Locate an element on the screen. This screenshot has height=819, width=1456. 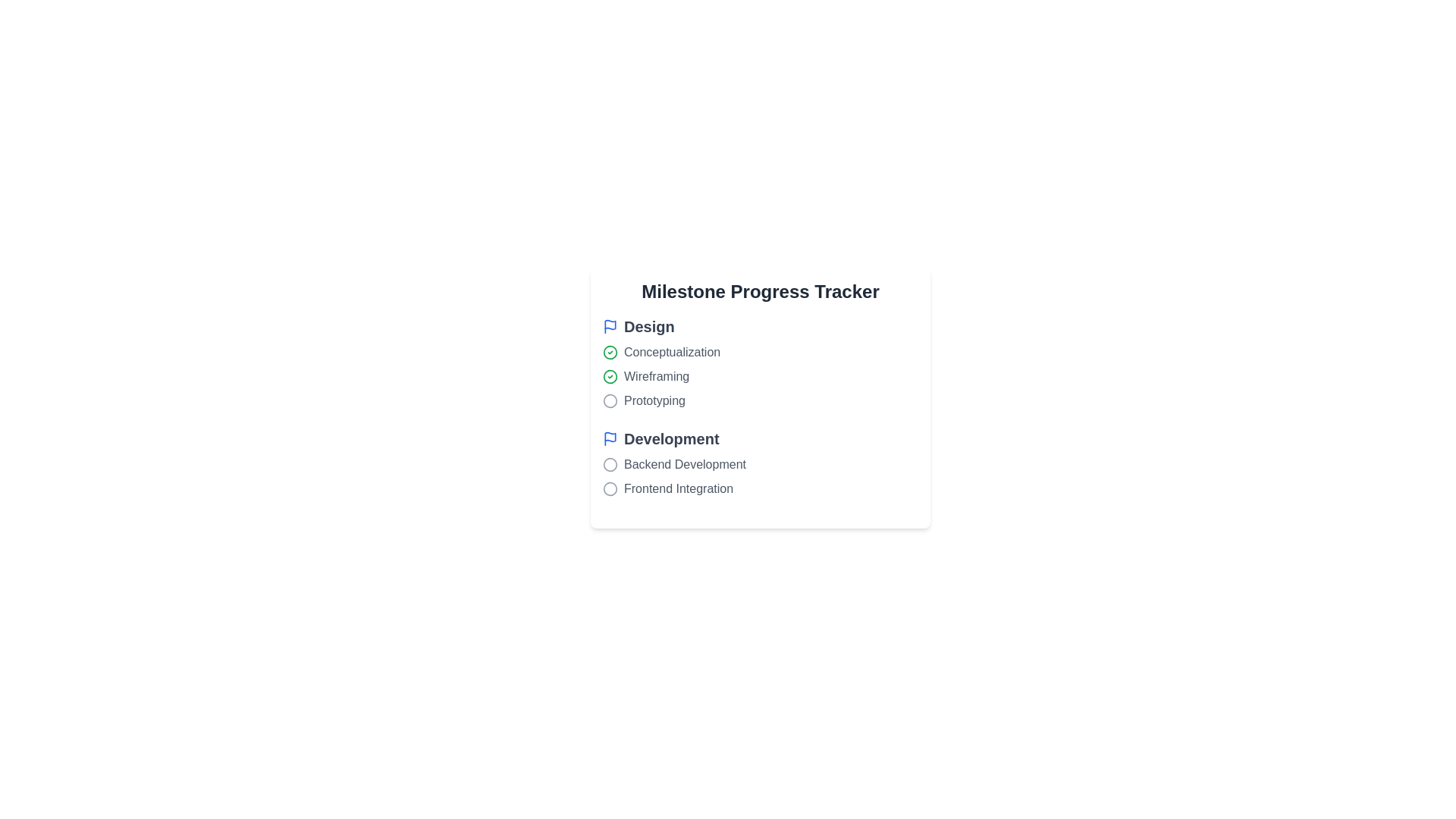
the second milestone item in the 'Development' section of the milestone progress tracker is located at coordinates (761, 475).